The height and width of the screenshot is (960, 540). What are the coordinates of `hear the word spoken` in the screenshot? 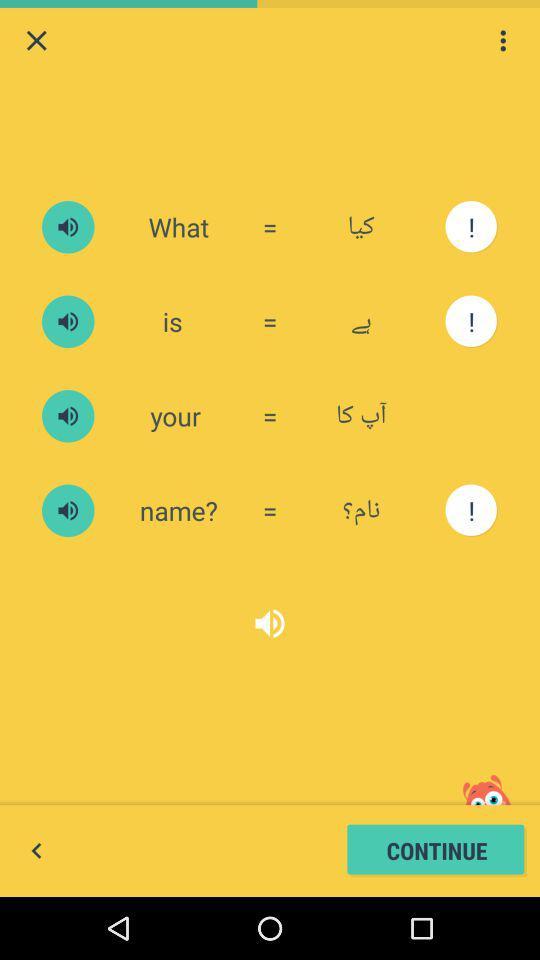 It's located at (67, 321).